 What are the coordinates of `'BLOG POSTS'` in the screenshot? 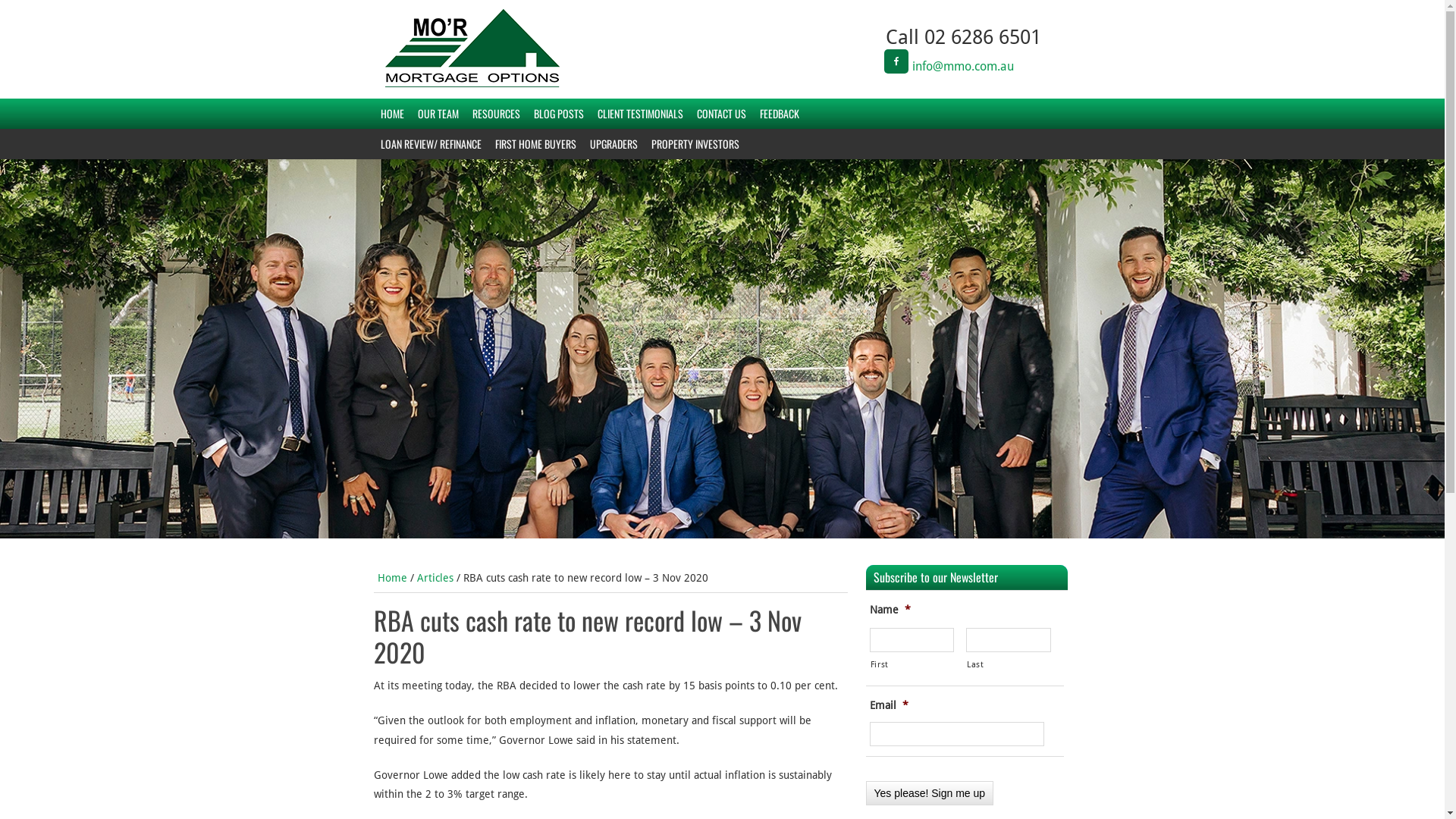 It's located at (528, 113).